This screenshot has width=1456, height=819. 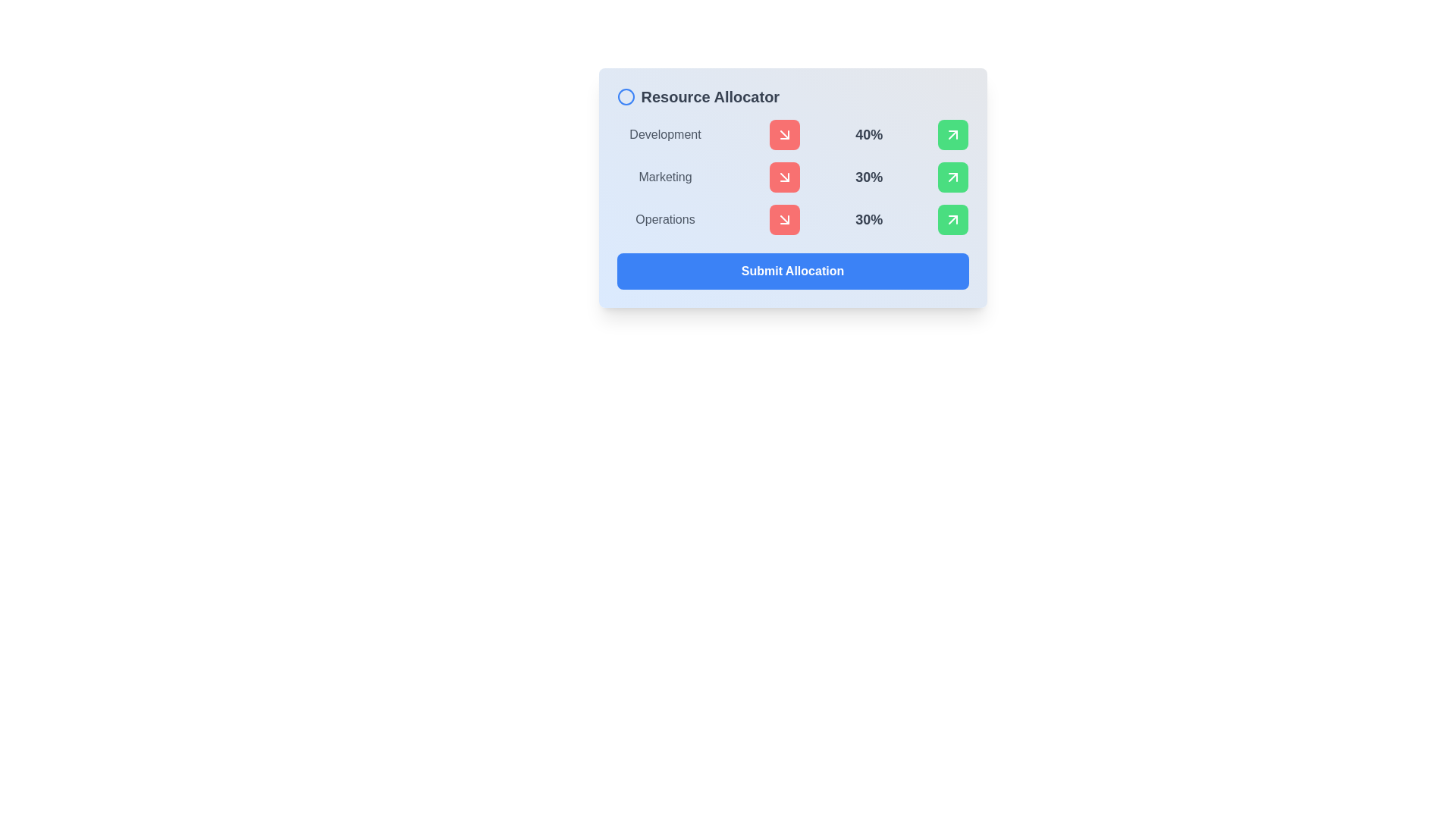 I want to click on the 'Marketing' interactive list row, so click(x=792, y=177).